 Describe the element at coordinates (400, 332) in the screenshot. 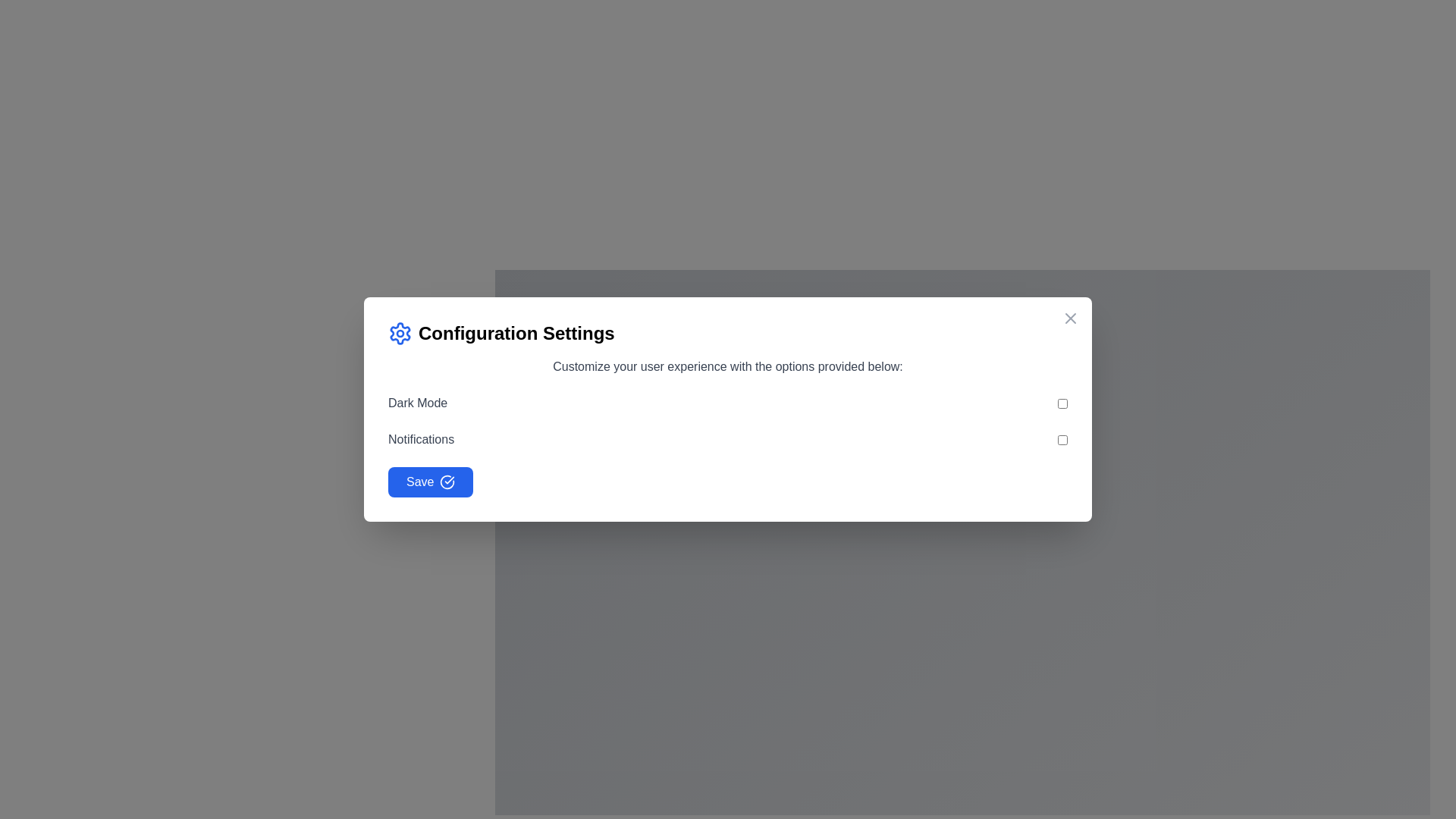

I see `the blue gear icon that signifies settings, located to the left of the text 'Configuration Settings' at the top-left corner of the modal dialog box` at that location.